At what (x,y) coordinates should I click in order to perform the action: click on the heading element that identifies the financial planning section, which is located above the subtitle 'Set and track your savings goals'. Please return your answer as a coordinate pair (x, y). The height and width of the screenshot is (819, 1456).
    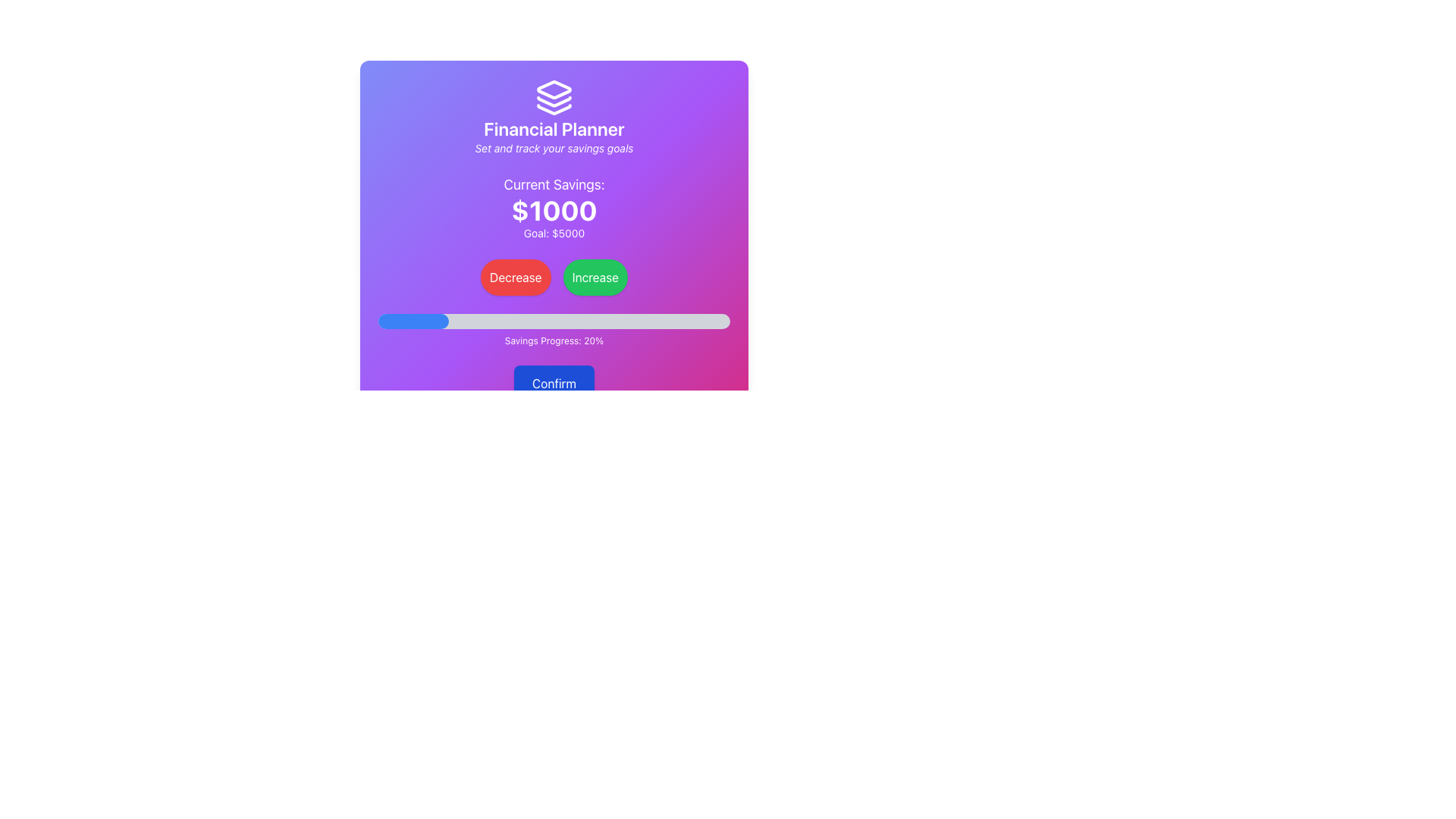
    Looking at the image, I should click on (553, 127).